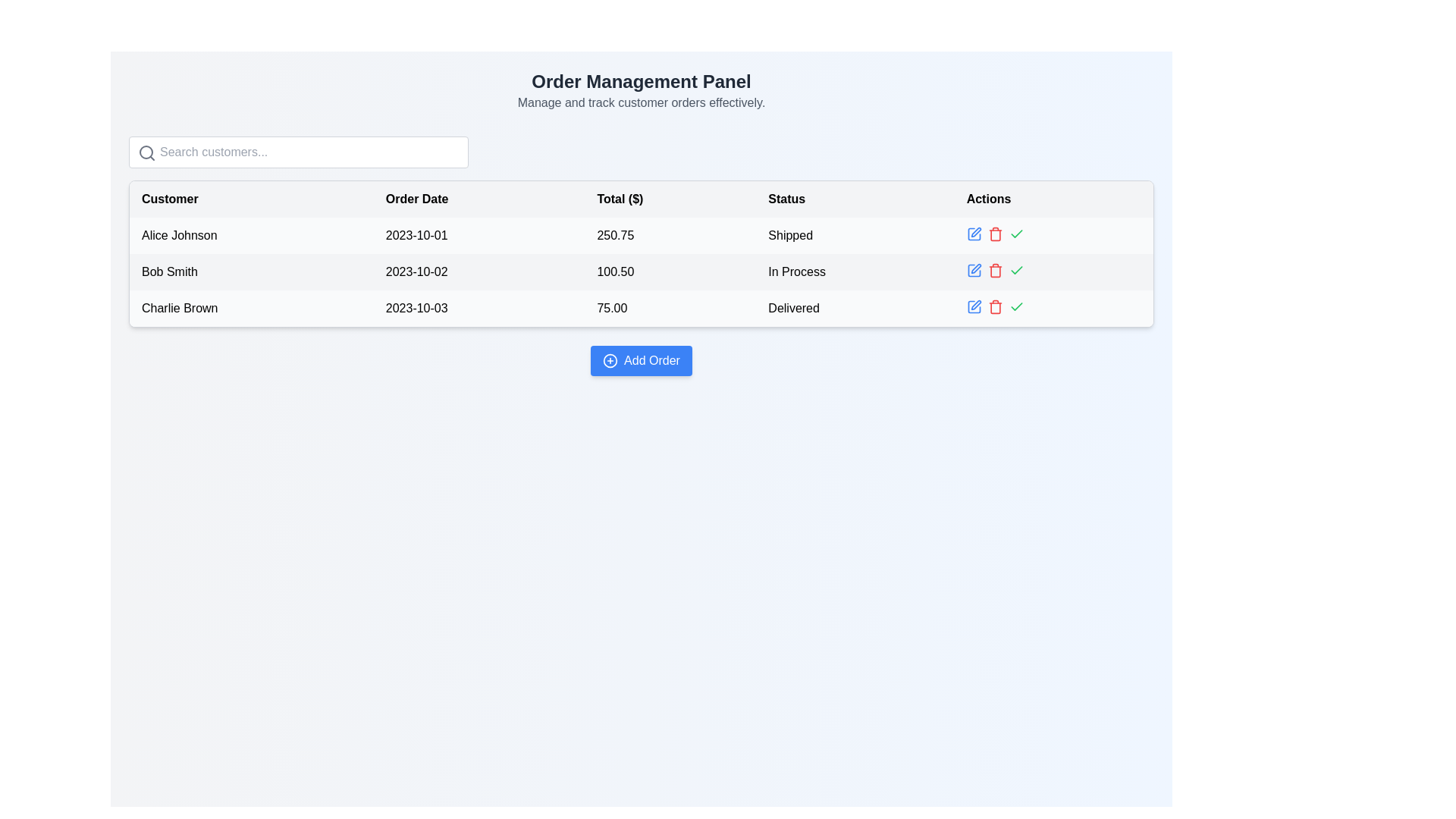  Describe the element at coordinates (974, 270) in the screenshot. I see `the edit icon button in the 'Actions' column for 'Bob Smith'` at that location.